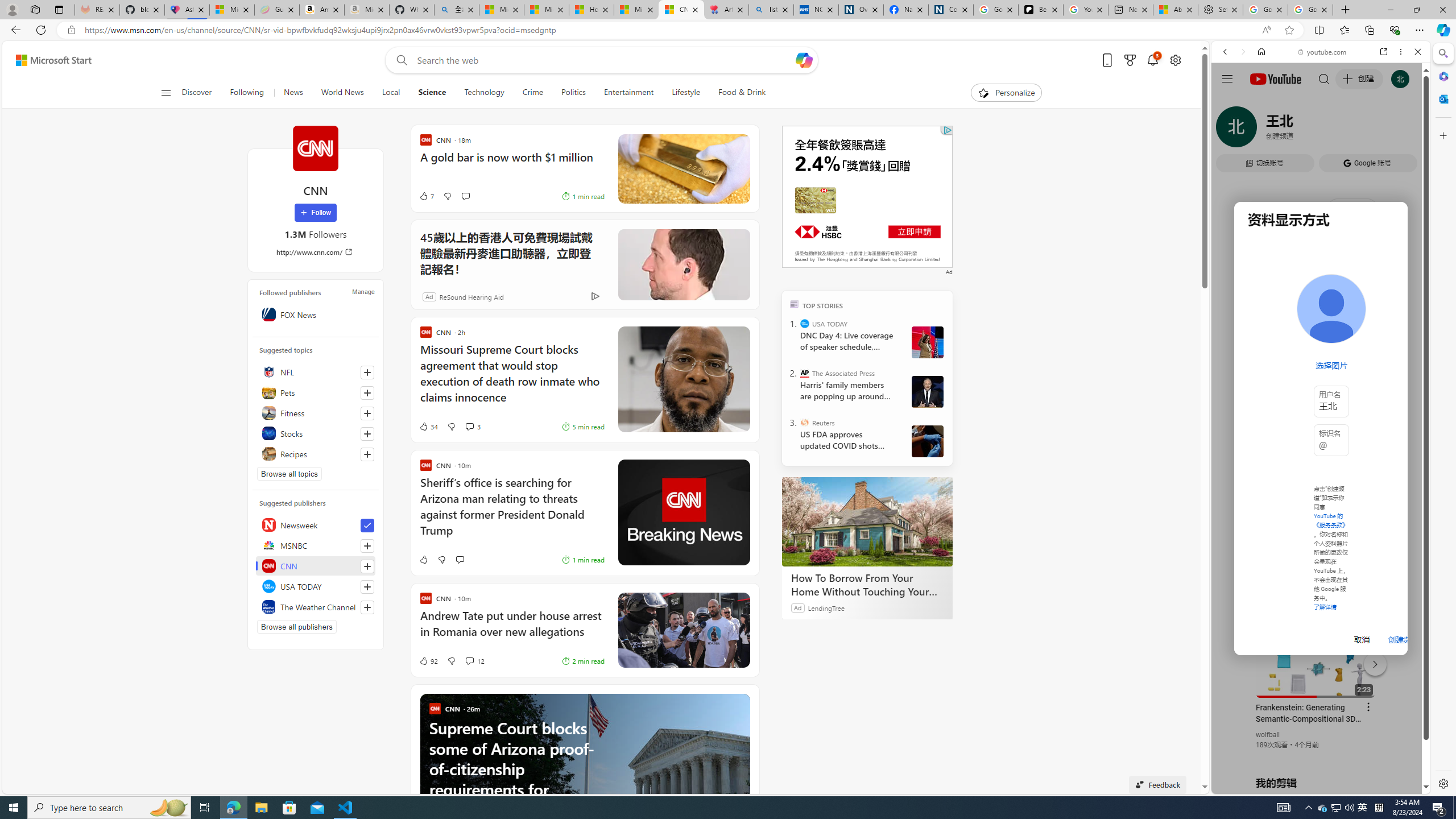 Image resolution: width=1456 pixels, height=819 pixels. I want to click on 'News', so click(292, 92).